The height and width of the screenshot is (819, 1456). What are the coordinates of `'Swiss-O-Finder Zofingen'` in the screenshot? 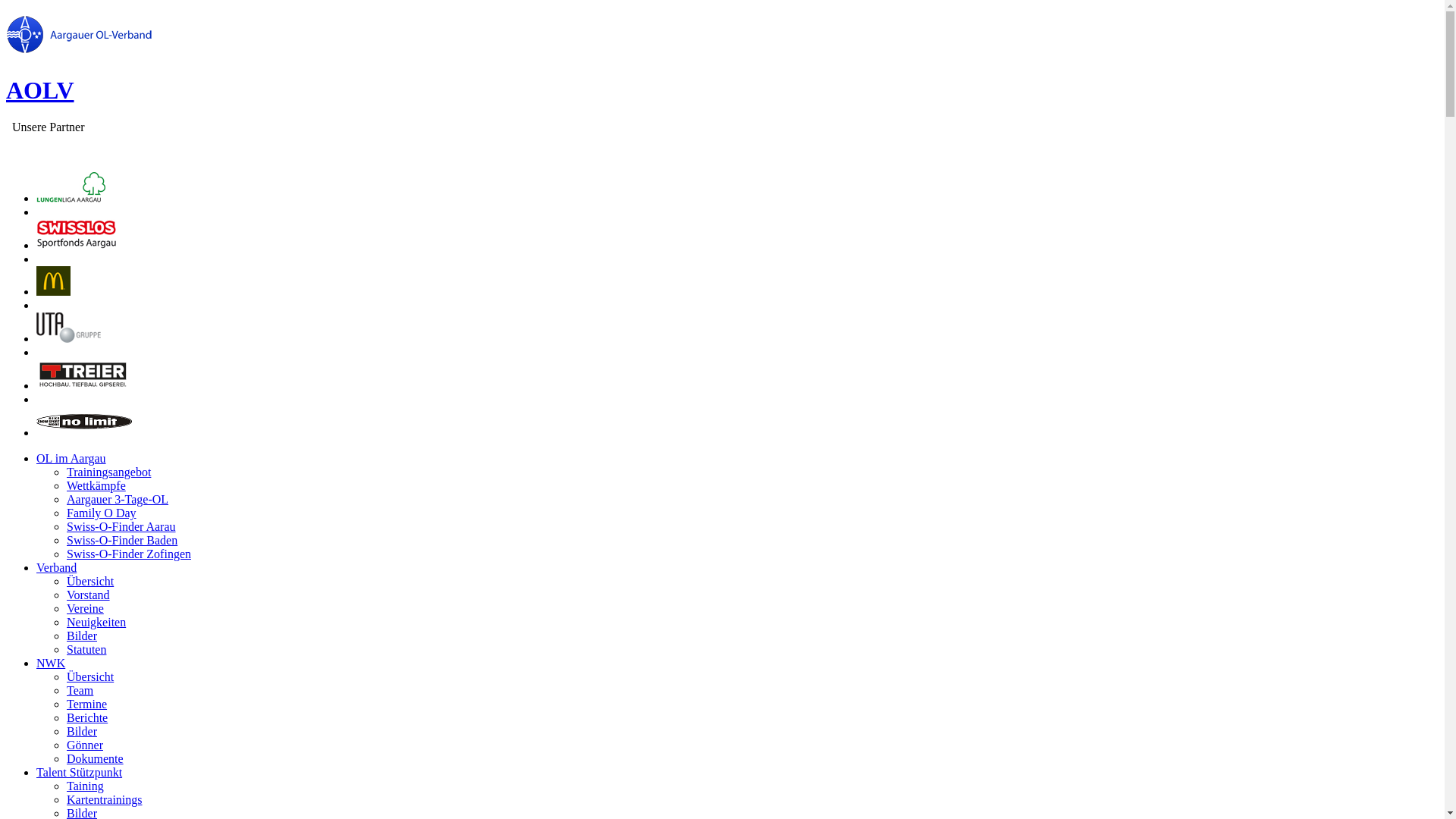 It's located at (65, 554).